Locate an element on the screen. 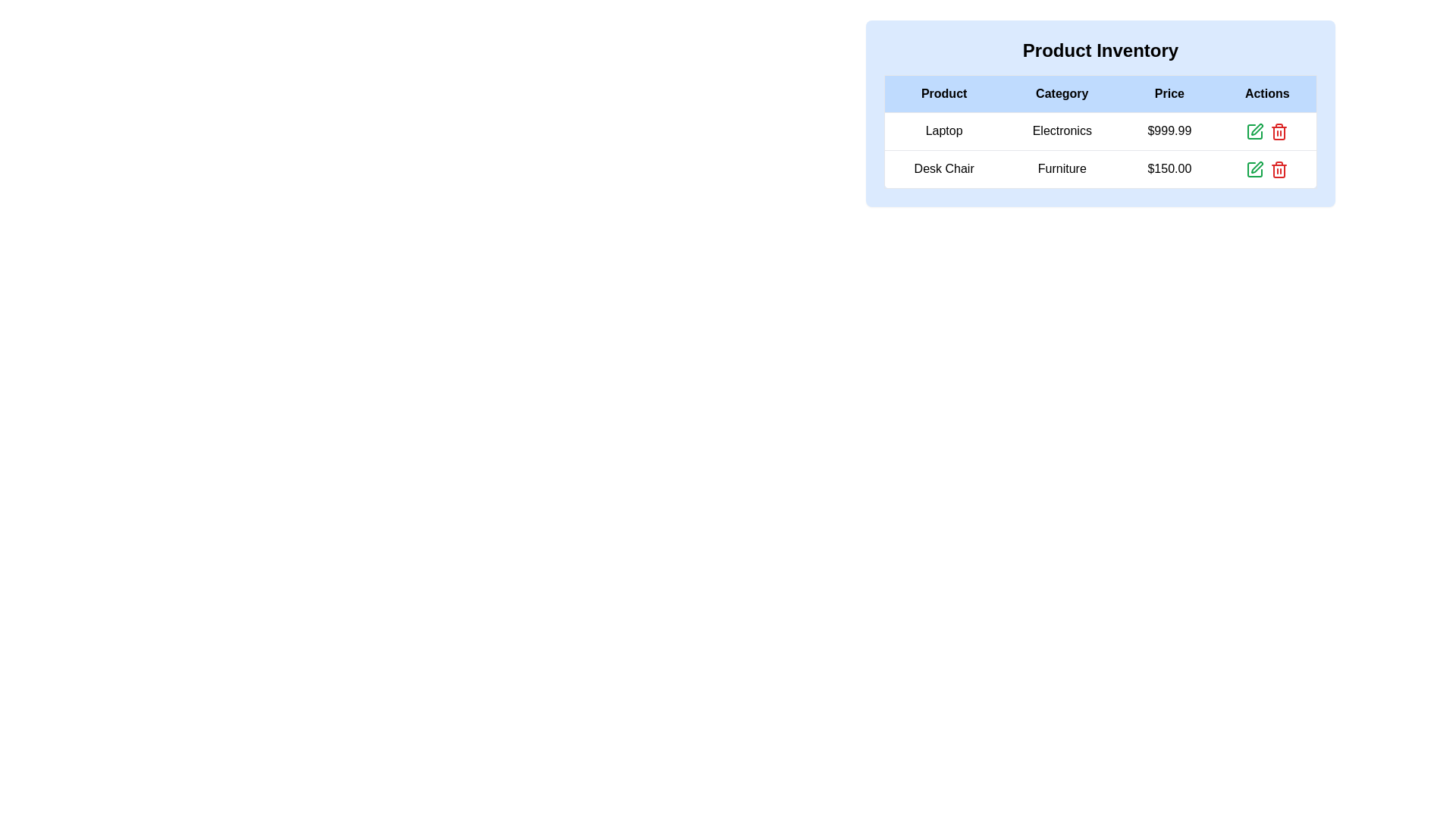 The width and height of the screenshot is (1456, 819). text from the 'Product' Table Header Cell, which is the first column header in a light blue band within the table is located at coordinates (943, 93).